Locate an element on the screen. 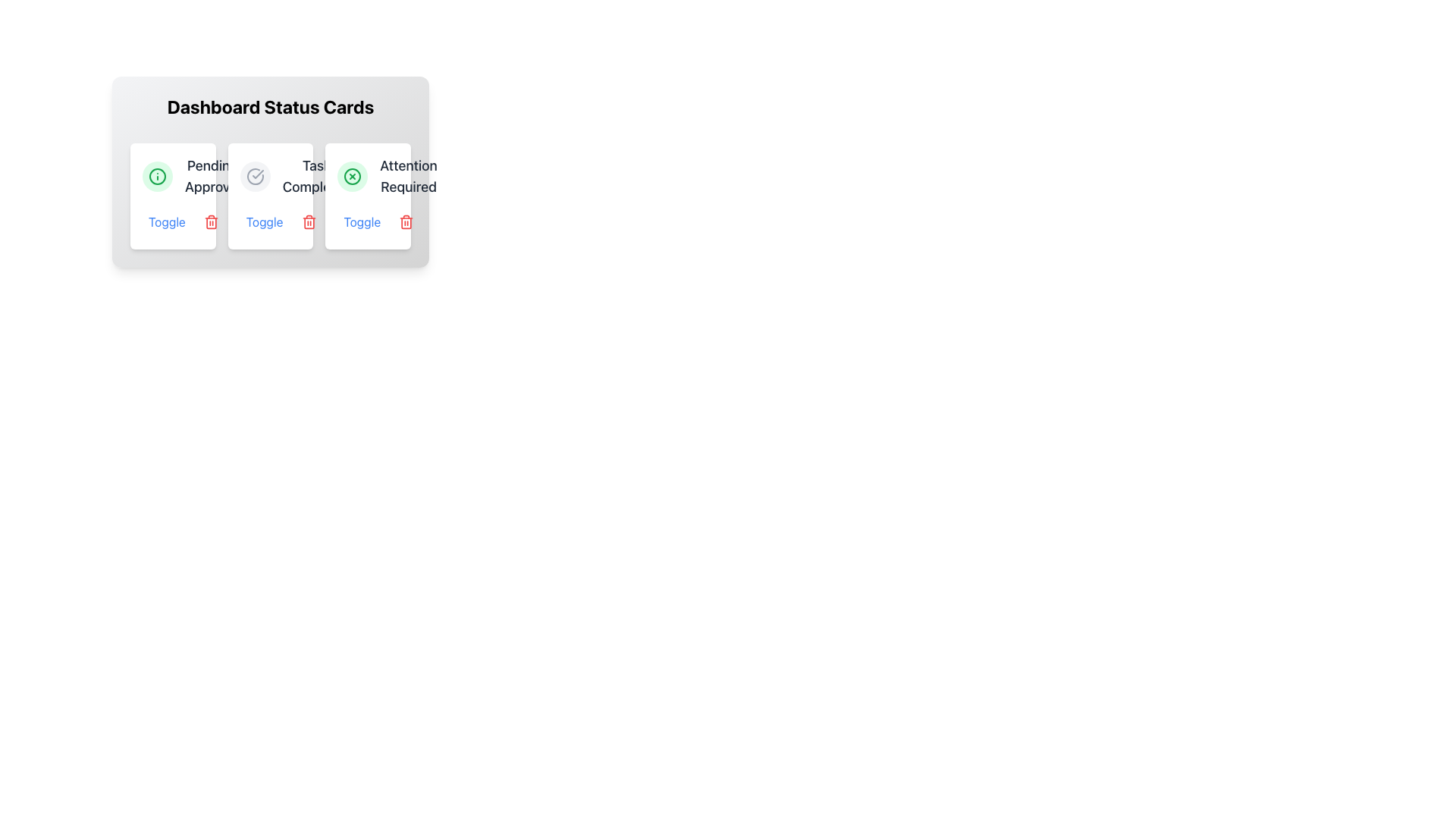 This screenshot has height=819, width=1456. the text label that reads 'Attention Required', which is displayed in bold dark gray font in the top-right card of the dashboard is located at coordinates (368, 175).